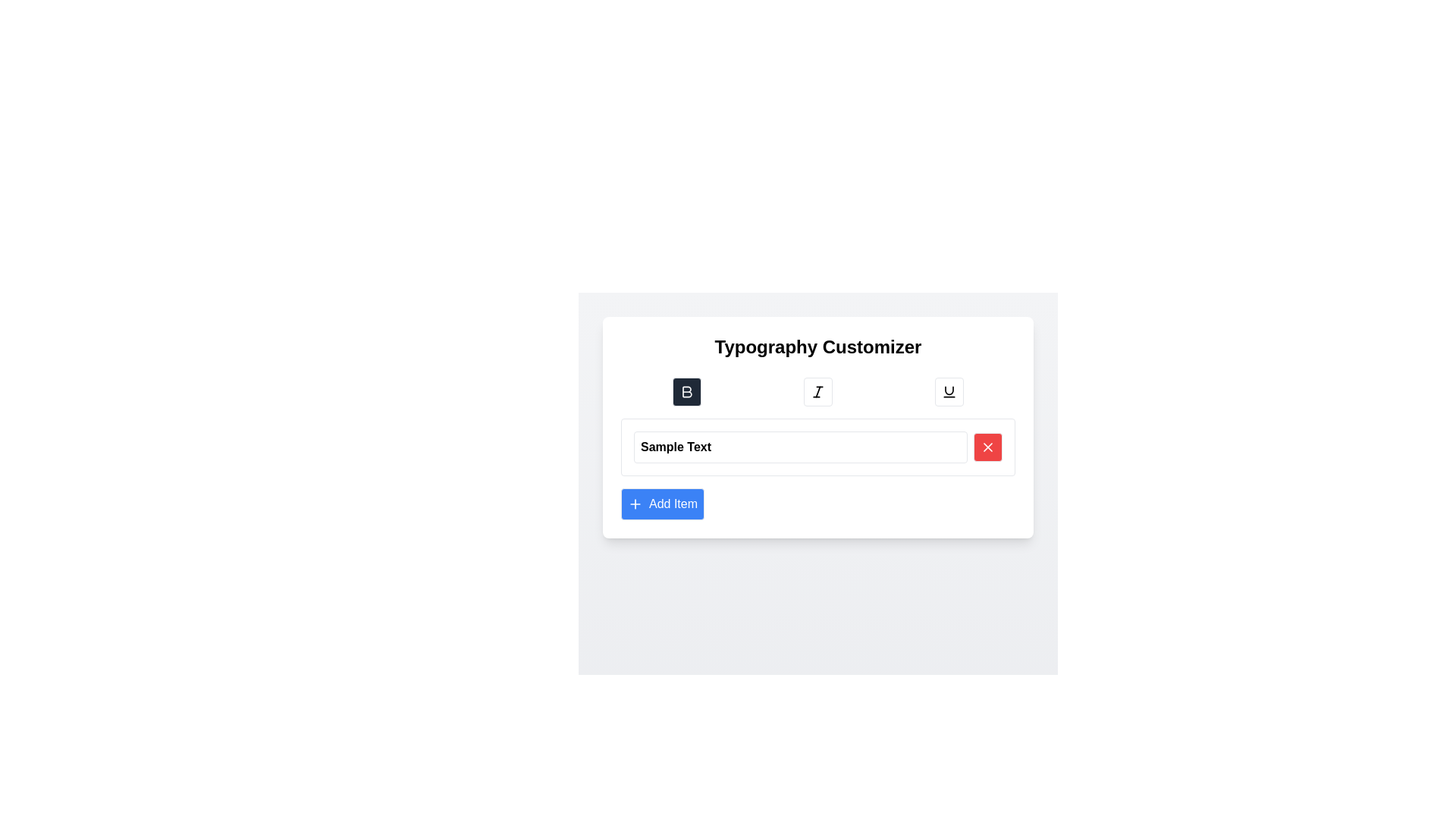 The image size is (1456, 819). What do you see at coordinates (987, 447) in the screenshot?
I see `the red button with a cross (X) icon in the bottom-right corner of the white card containing the 'Sample Text' input field` at bounding box center [987, 447].